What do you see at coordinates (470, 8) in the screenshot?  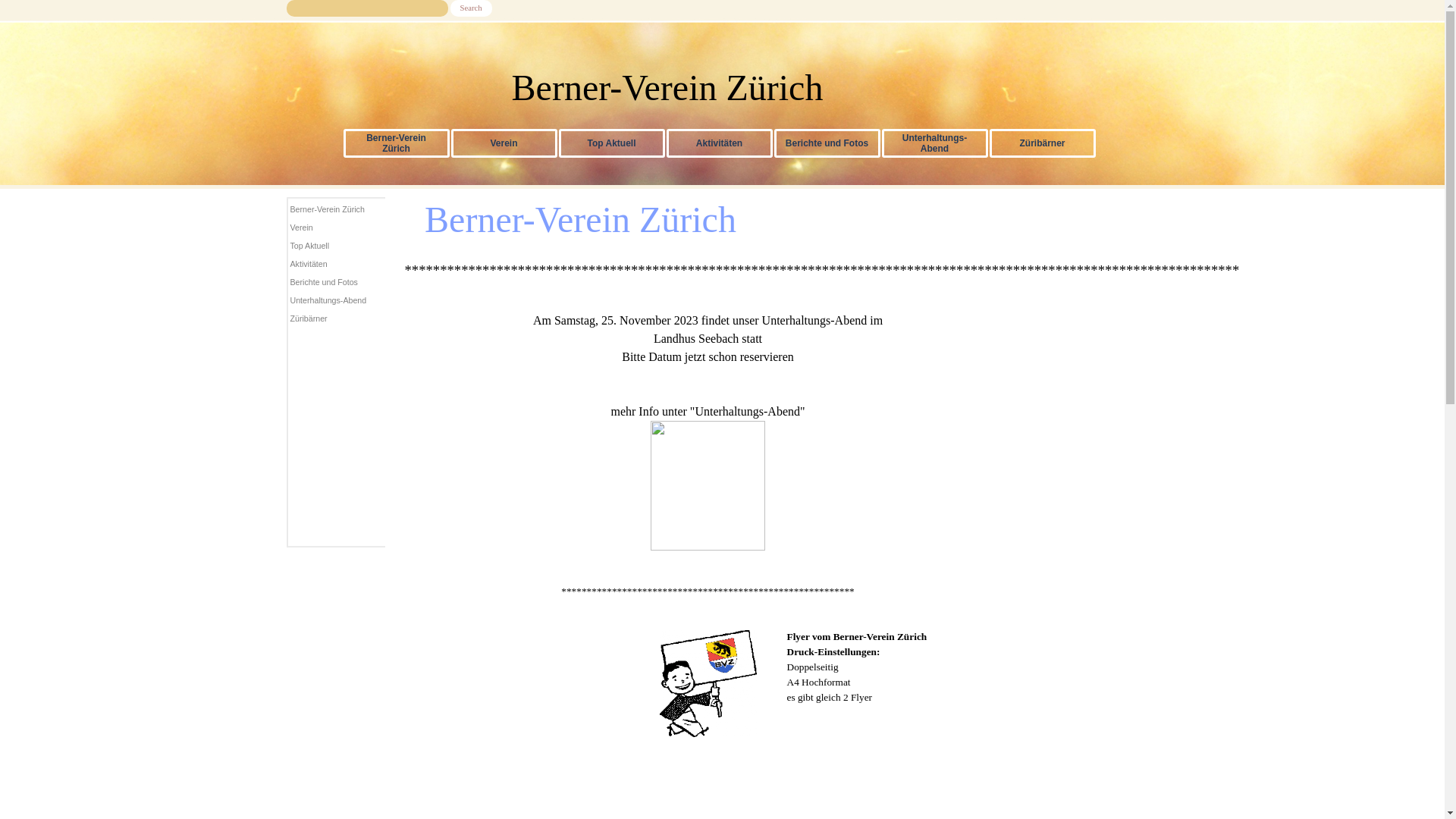 I see `'Search'` at bounding box center [470, 8].